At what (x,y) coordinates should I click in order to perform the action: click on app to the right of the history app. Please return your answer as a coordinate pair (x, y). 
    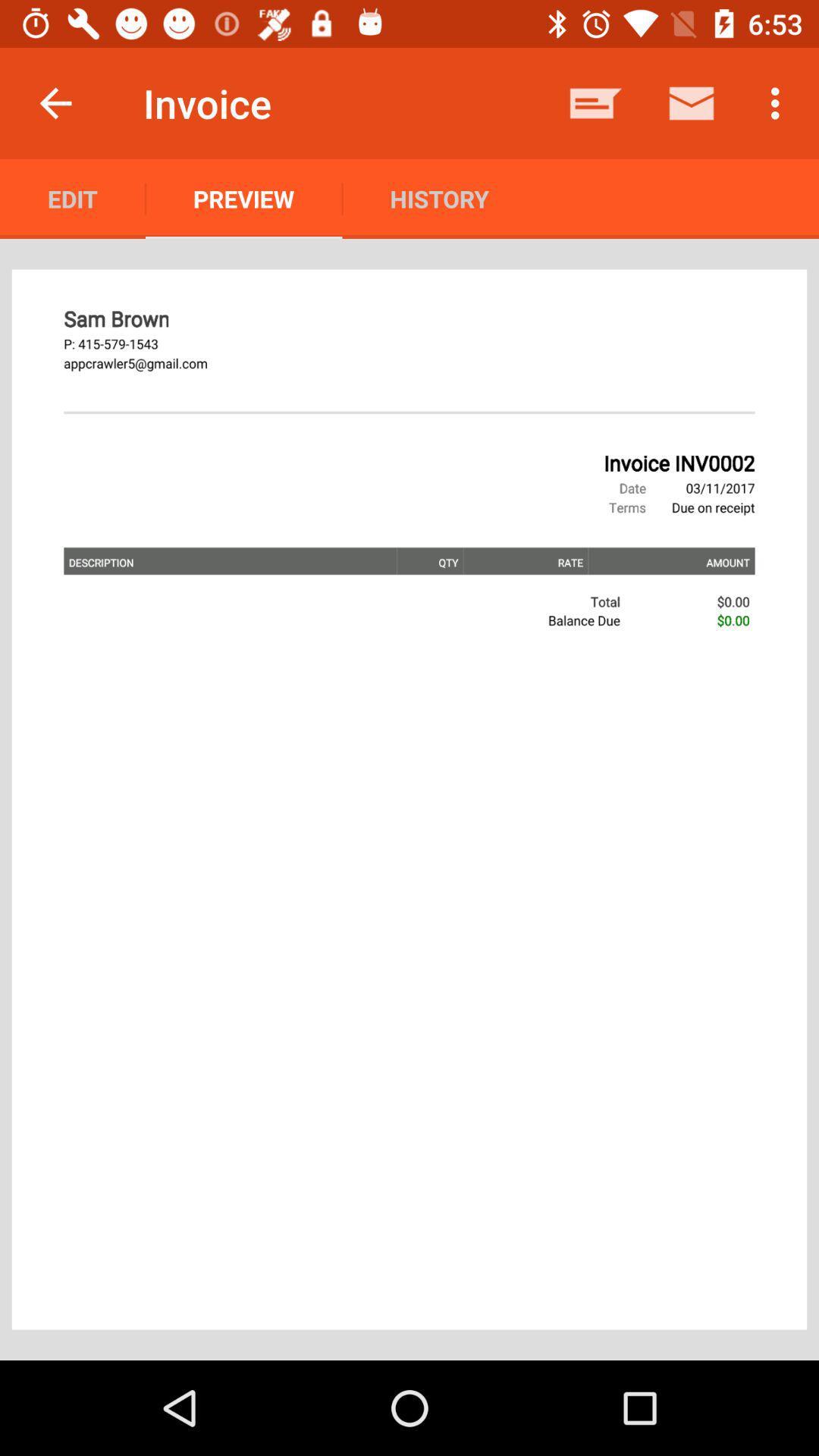
    Looking at the image, I should click on (595, 102).